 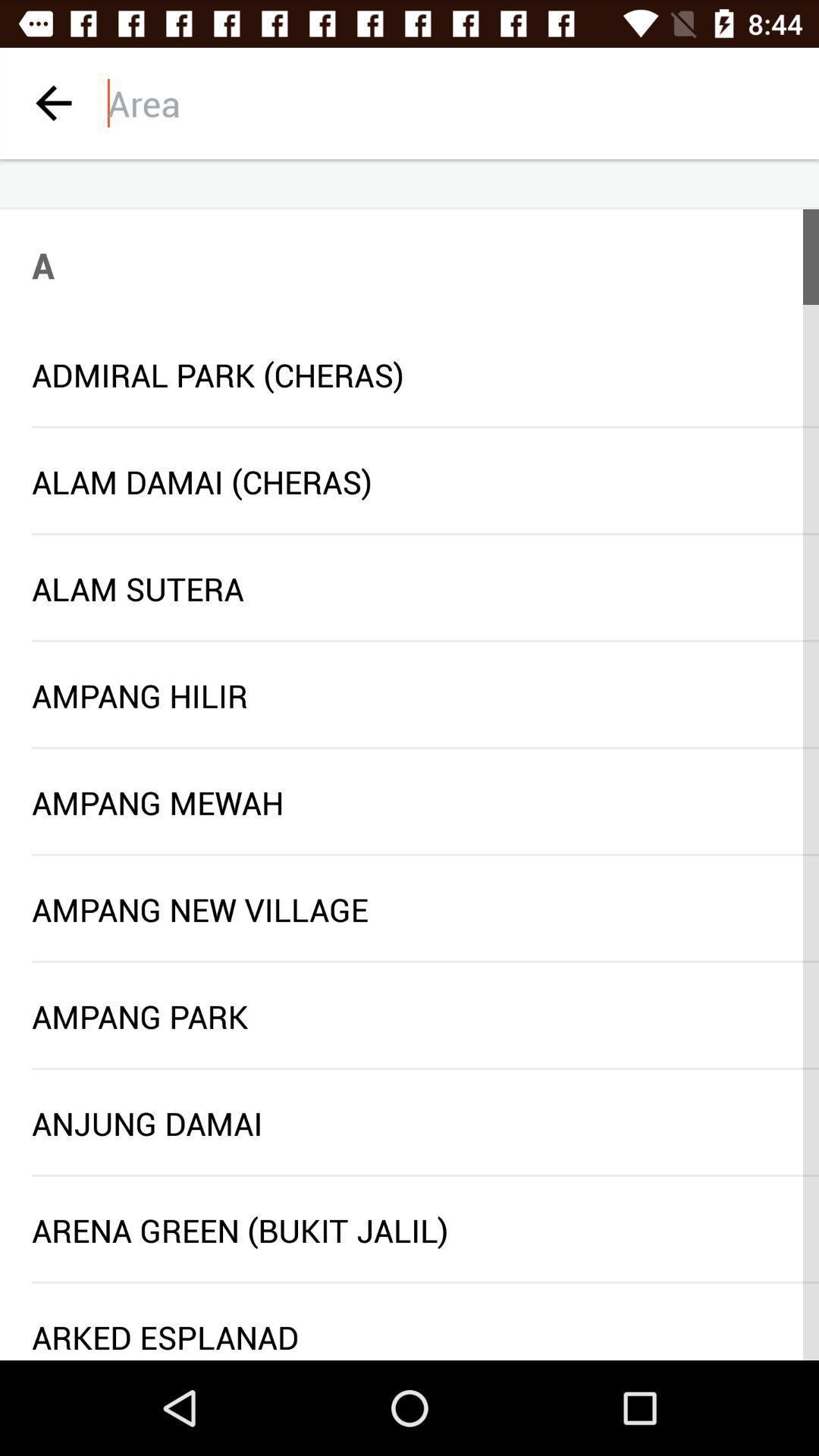 I want to click on the item below the alam sutera, so click(x=425, y=641).